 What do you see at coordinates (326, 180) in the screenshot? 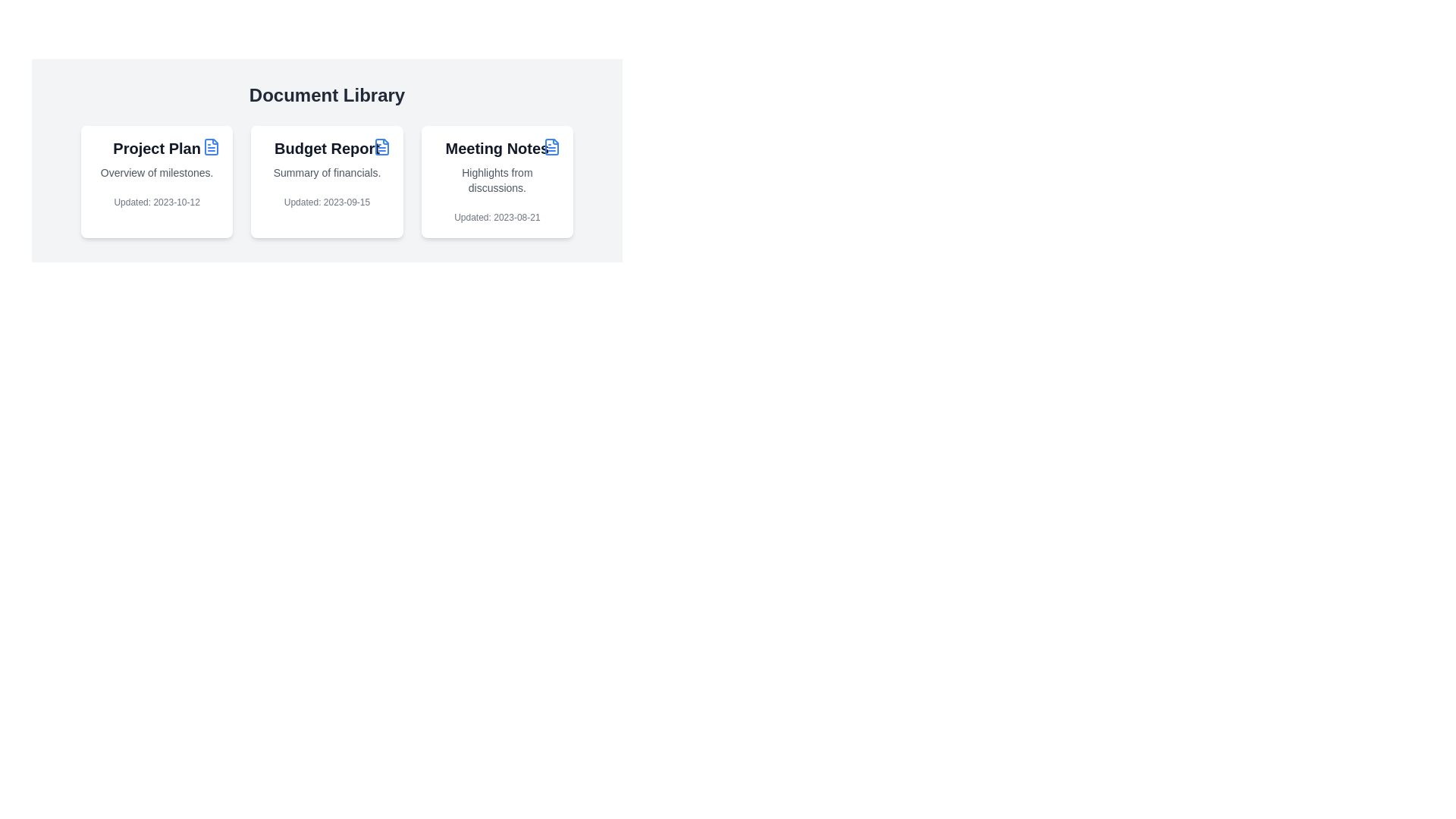
I see `the second Information Card` at bounding box center [326, 180].